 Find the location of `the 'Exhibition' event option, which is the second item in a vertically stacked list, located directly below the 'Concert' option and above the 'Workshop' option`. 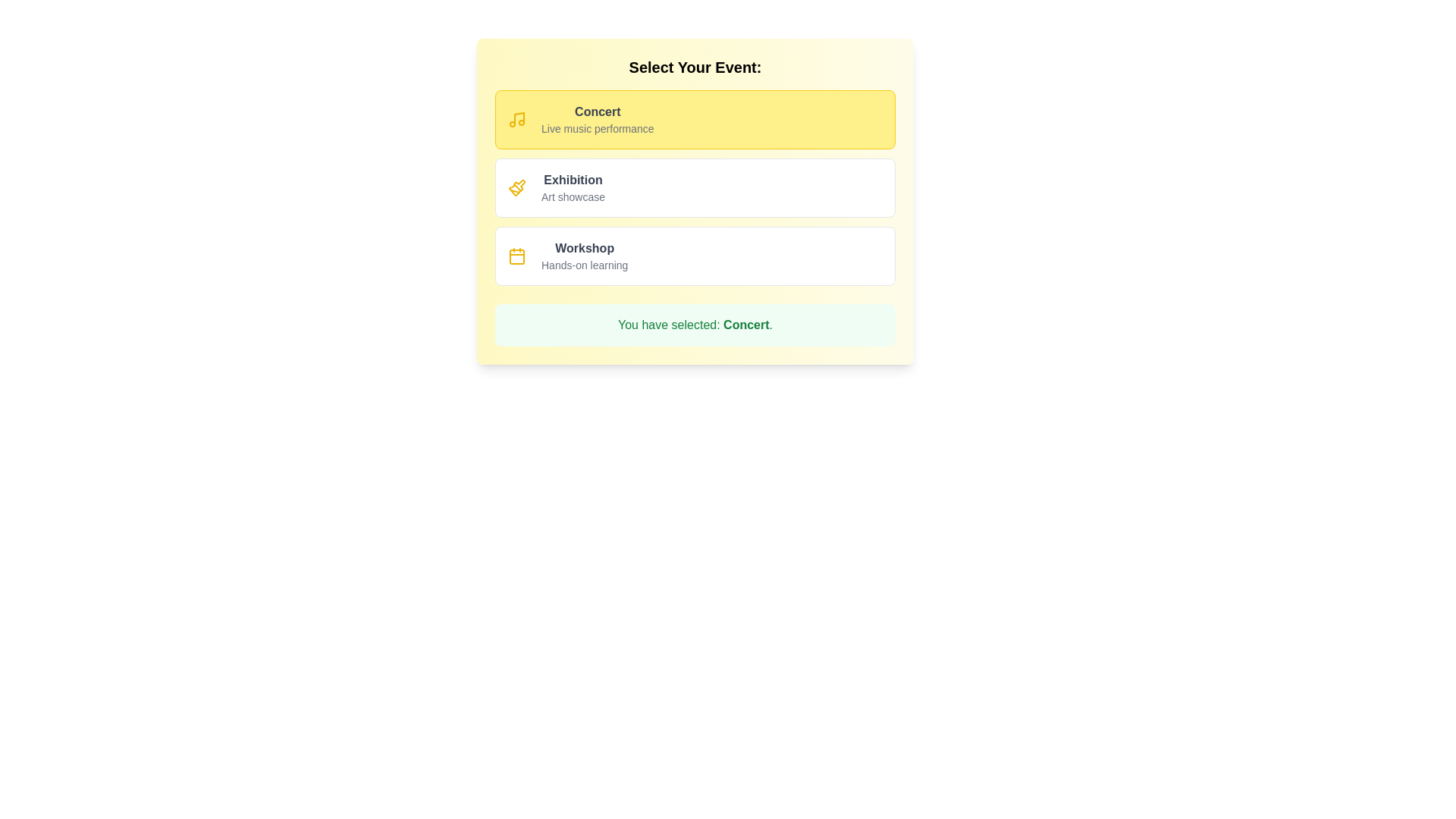

the 'Exhibition' event option, which is the second item in a vertically stacked list, located directly below the 'Concert' option and above the 'Workshop' option is located at coordinates (573, 187).